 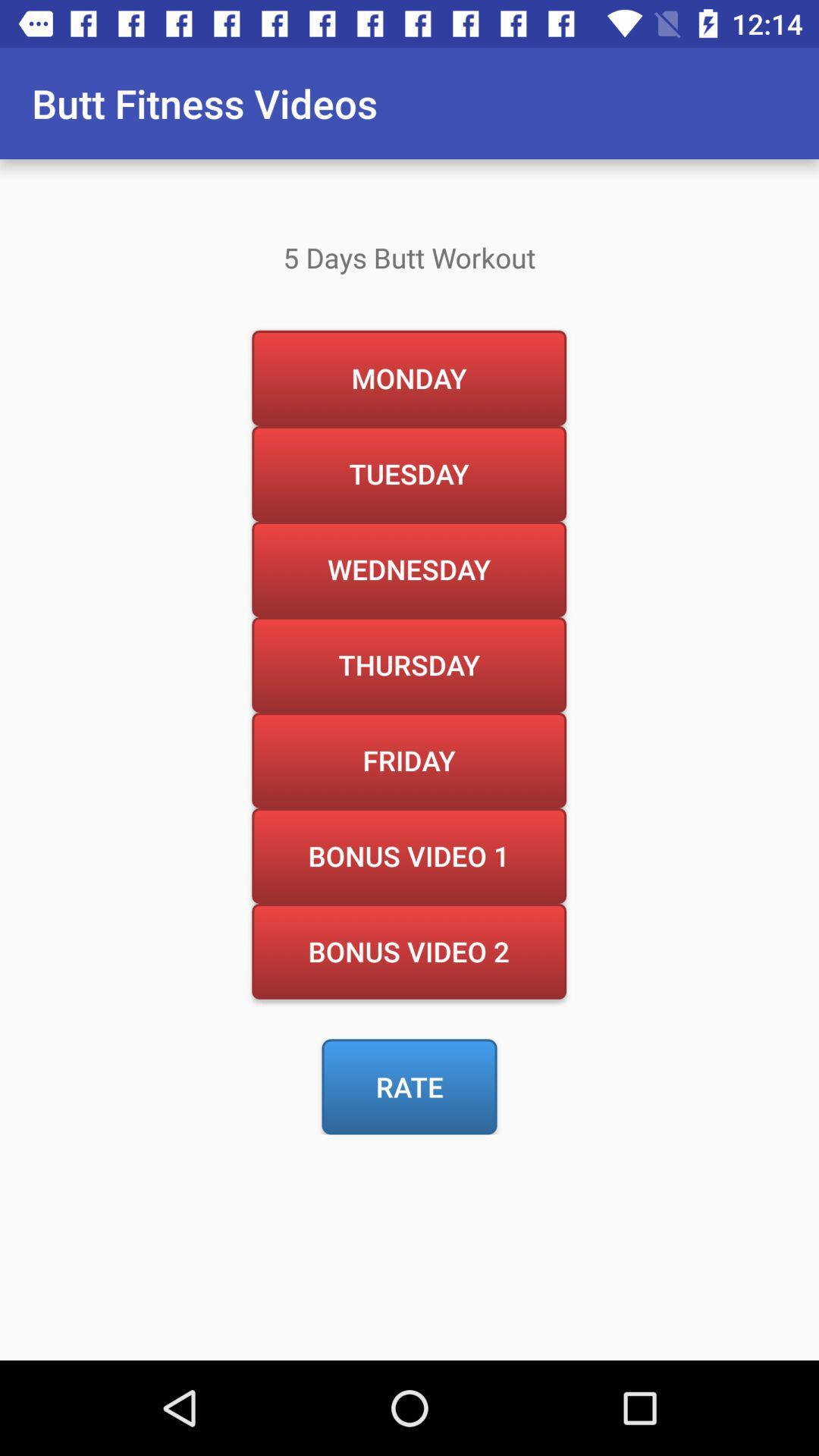 I want to click on the icon below wednesday icon, so click(x=408, y=664).